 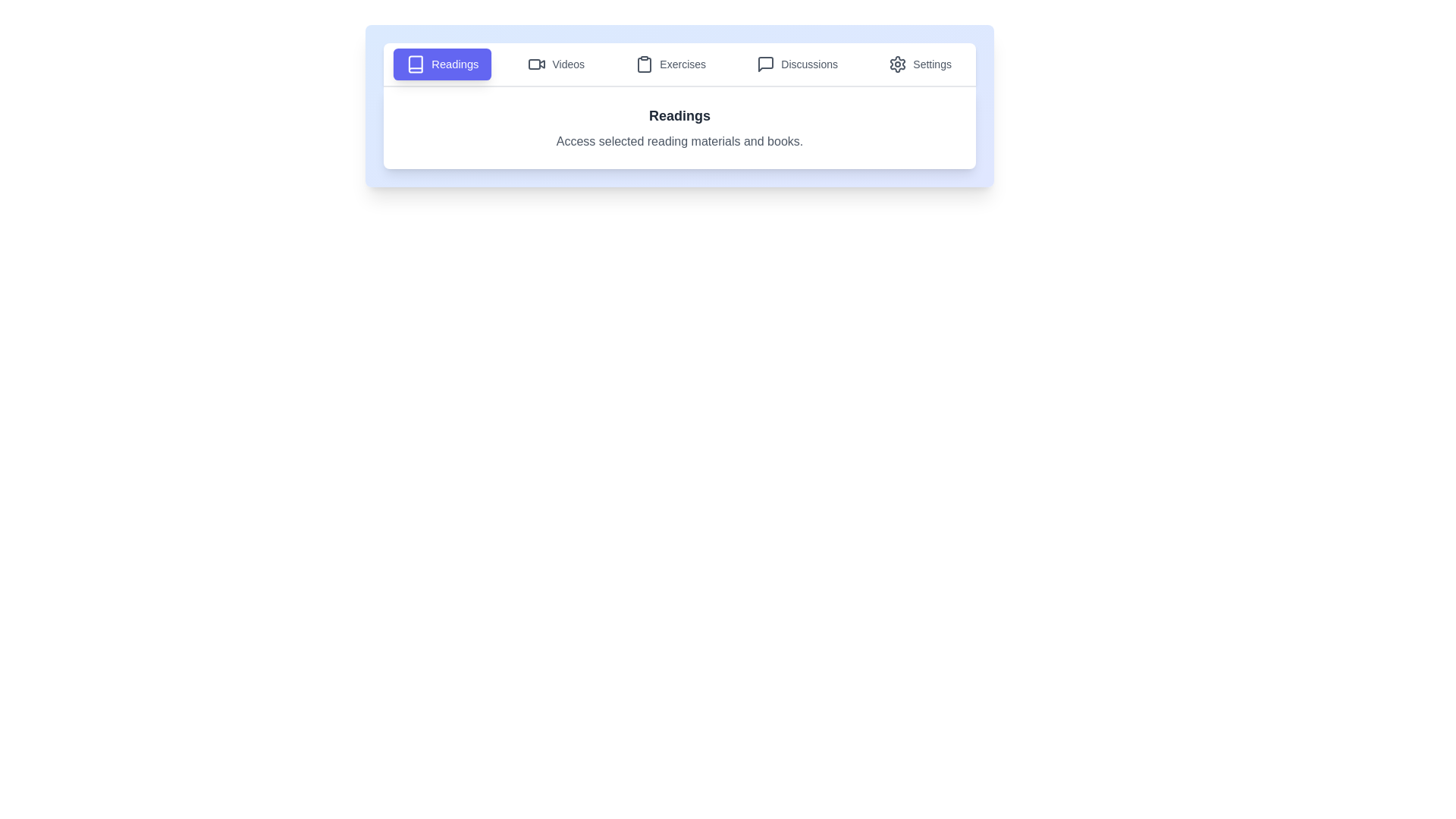 What do you see at coordinates (555, 63) in the screenshot?
I see `the Videos tab to view its content` at bounding box center [555, 63].